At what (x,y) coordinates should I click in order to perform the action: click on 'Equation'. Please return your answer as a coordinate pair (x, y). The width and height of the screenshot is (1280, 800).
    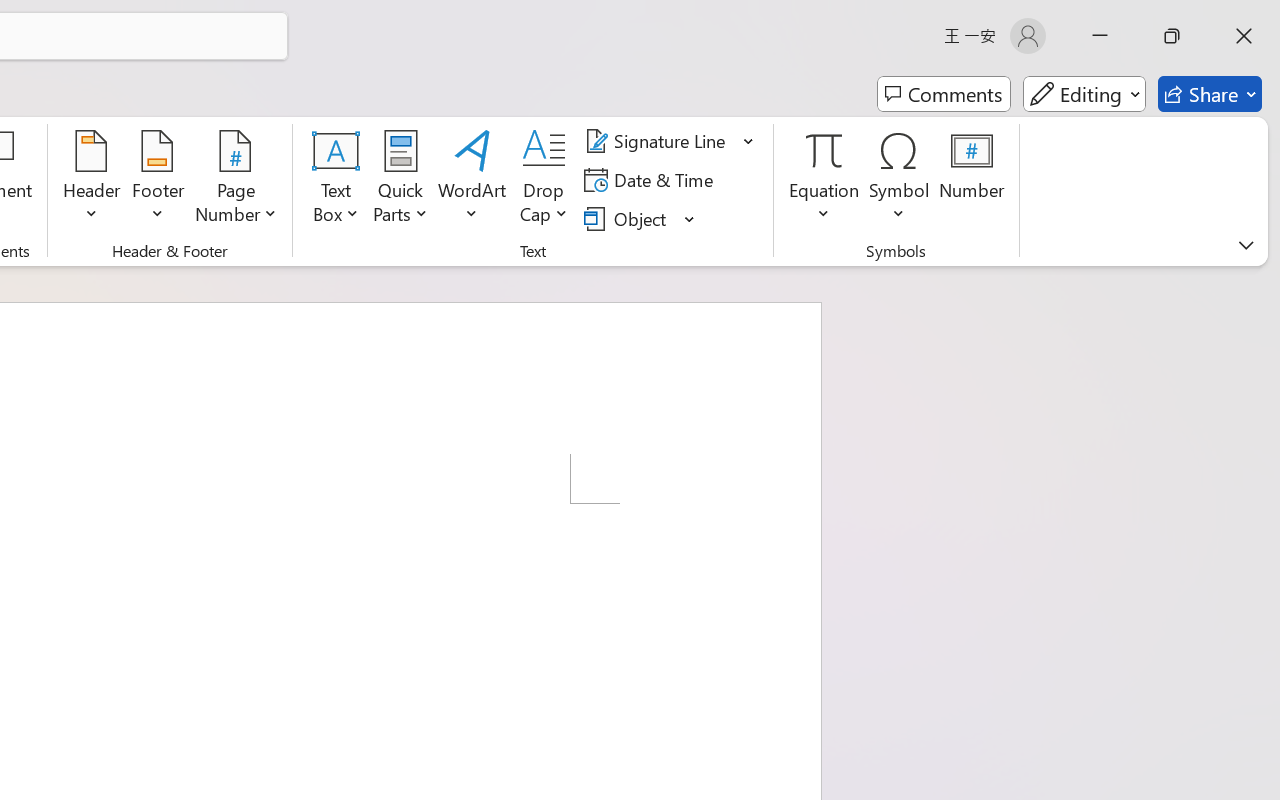
    Looking at the image, I should click on (824, 179).